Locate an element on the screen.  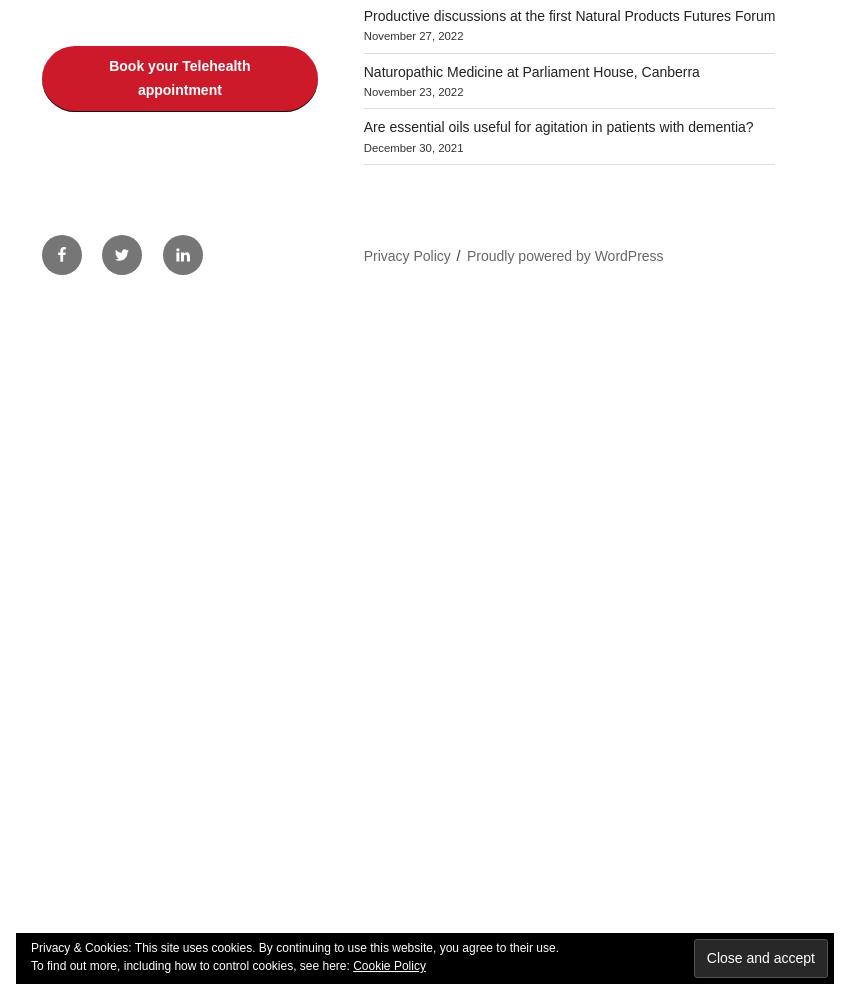
'Cookie Policy' is located at coordinates (388, 965).